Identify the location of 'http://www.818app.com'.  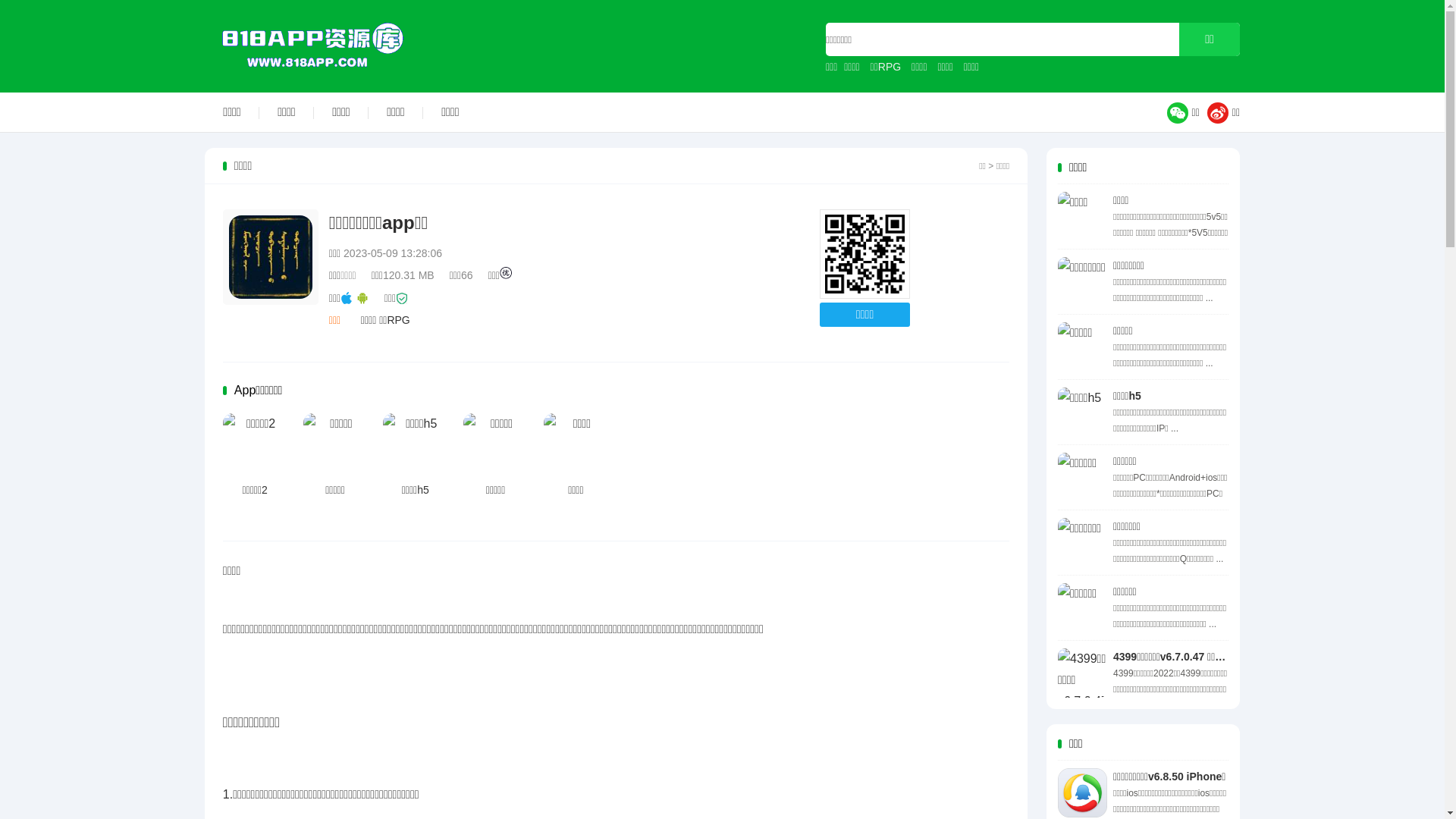
(824, 253).